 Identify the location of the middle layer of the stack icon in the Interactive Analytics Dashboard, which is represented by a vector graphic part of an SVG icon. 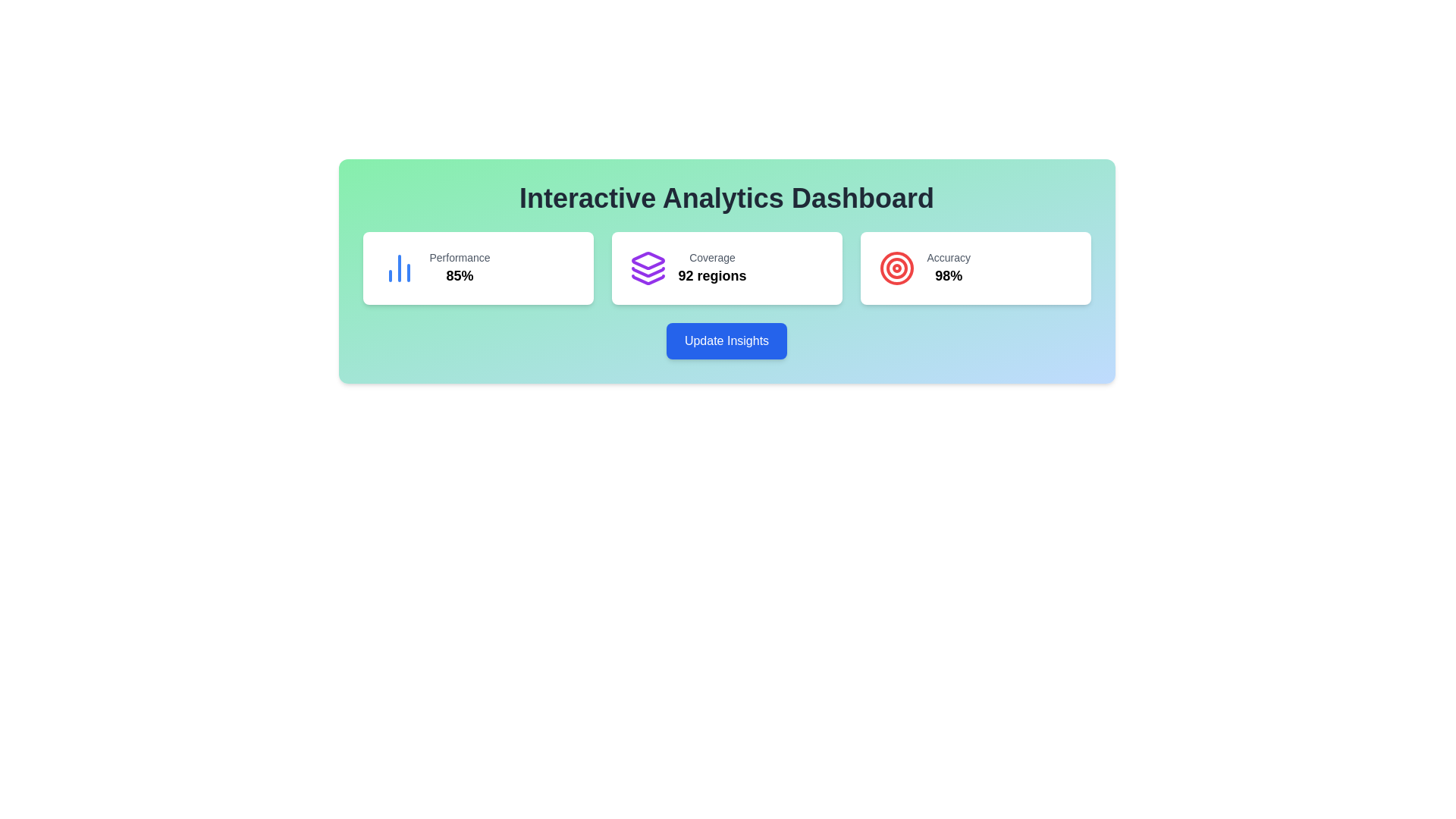
(648, 271).